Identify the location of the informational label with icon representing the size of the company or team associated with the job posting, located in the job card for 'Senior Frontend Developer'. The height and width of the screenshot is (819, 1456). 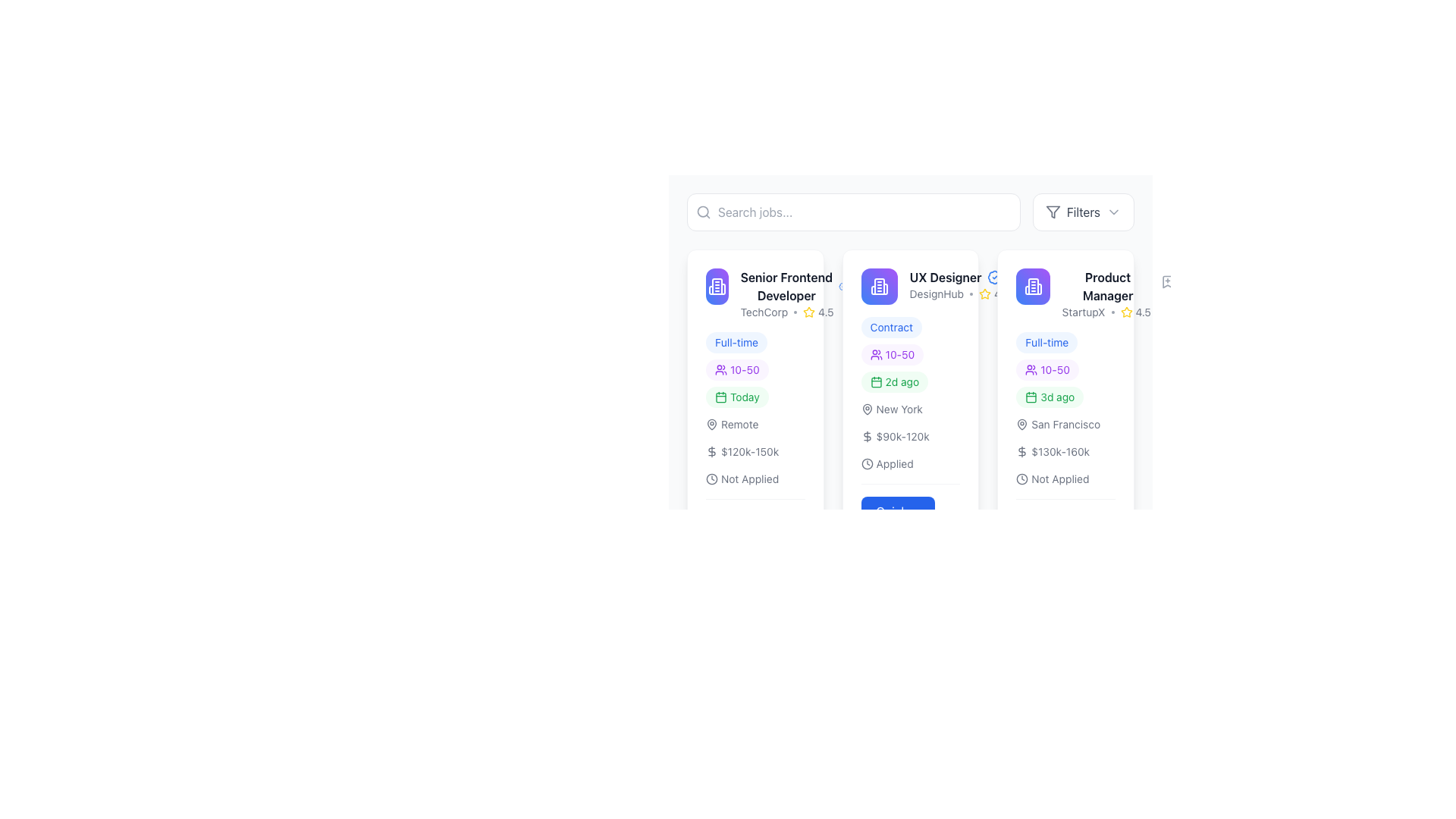
(736, 370).